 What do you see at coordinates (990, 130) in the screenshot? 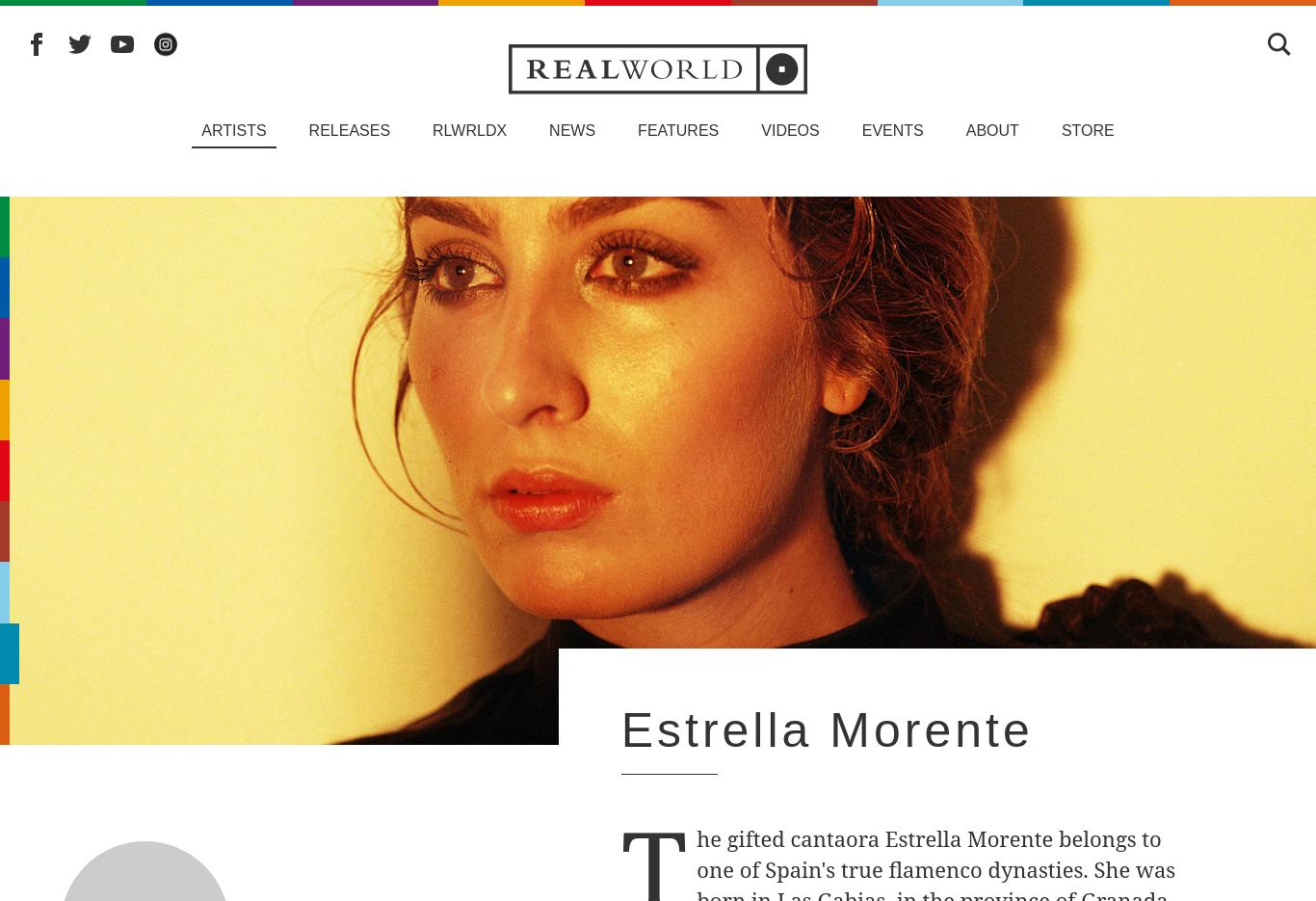
I see `'About'` at bounding box center [990, 130].